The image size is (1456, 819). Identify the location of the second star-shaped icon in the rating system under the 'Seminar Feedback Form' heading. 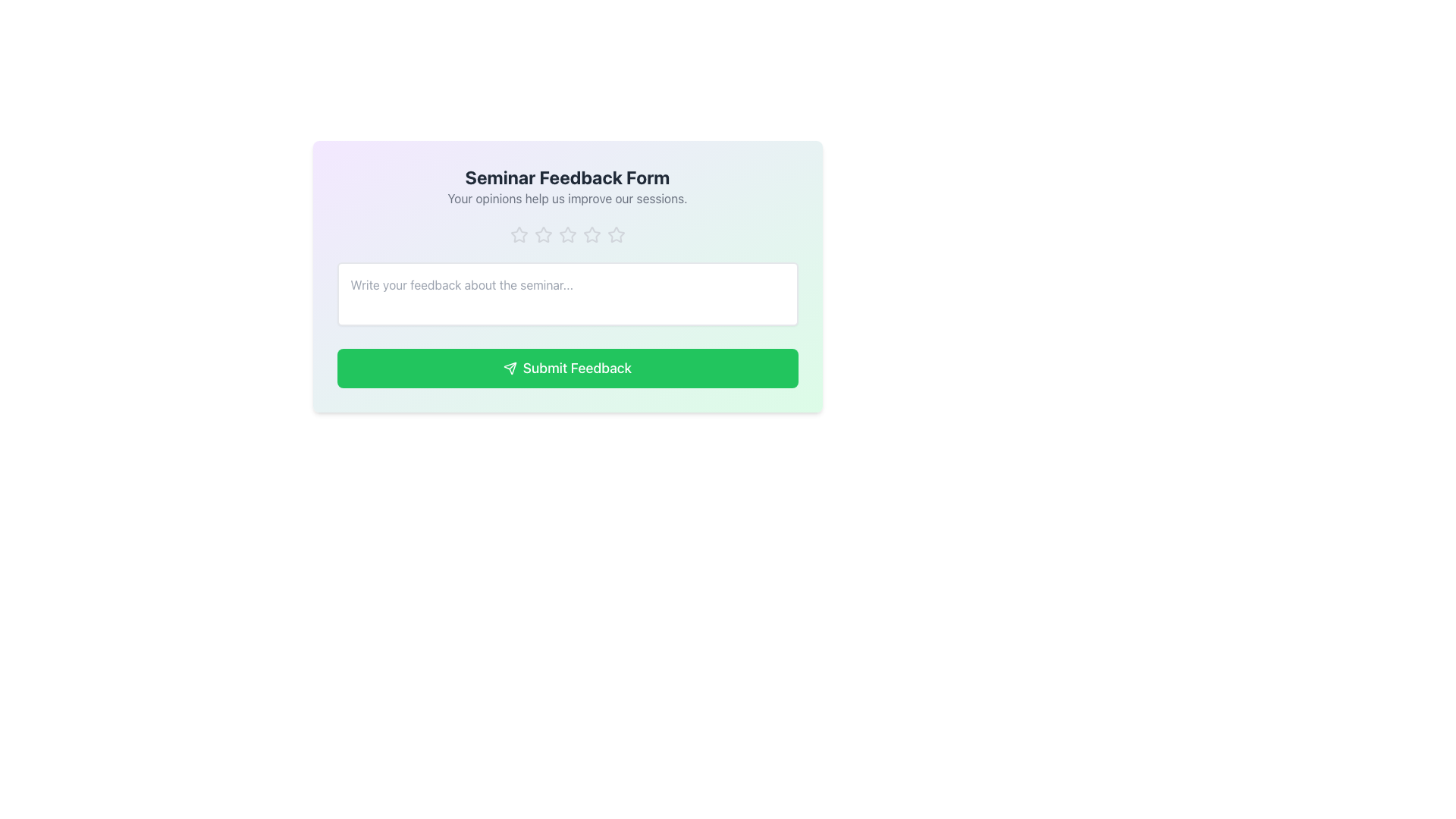
(543, 234).